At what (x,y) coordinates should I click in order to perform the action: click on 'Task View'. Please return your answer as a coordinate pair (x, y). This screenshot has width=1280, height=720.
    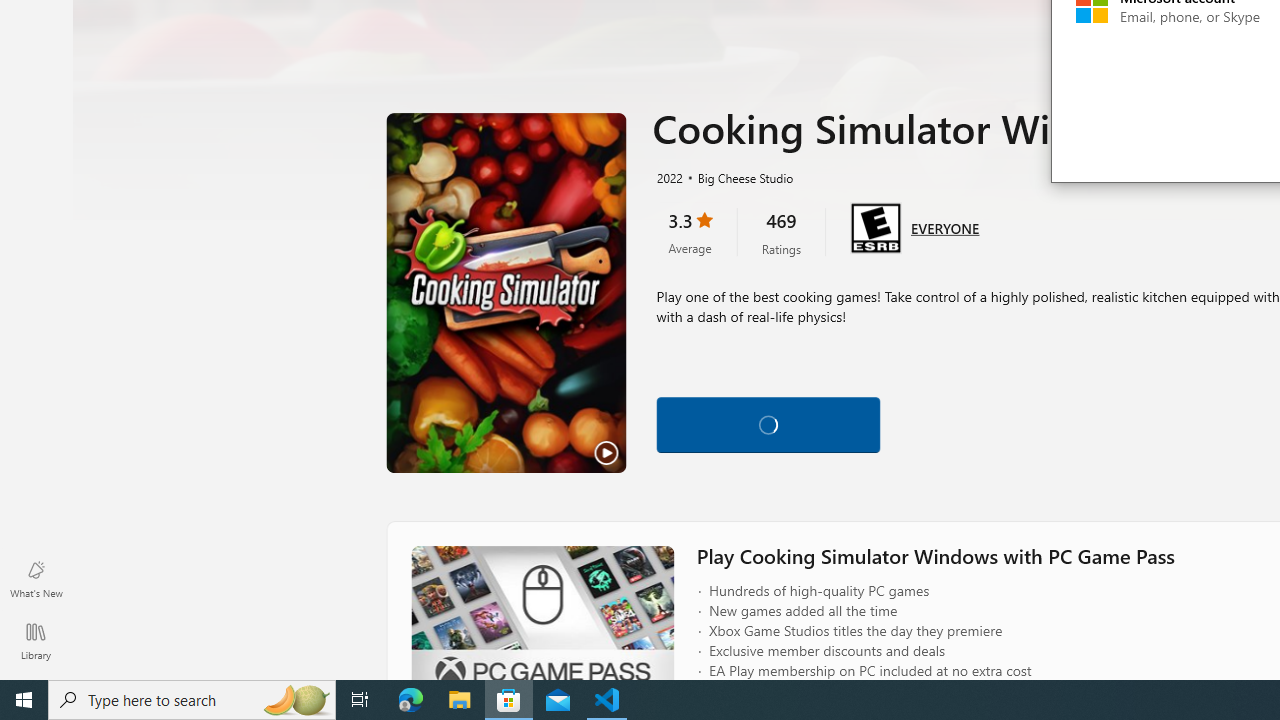
    Looking at the image, I should click on (359, 698).